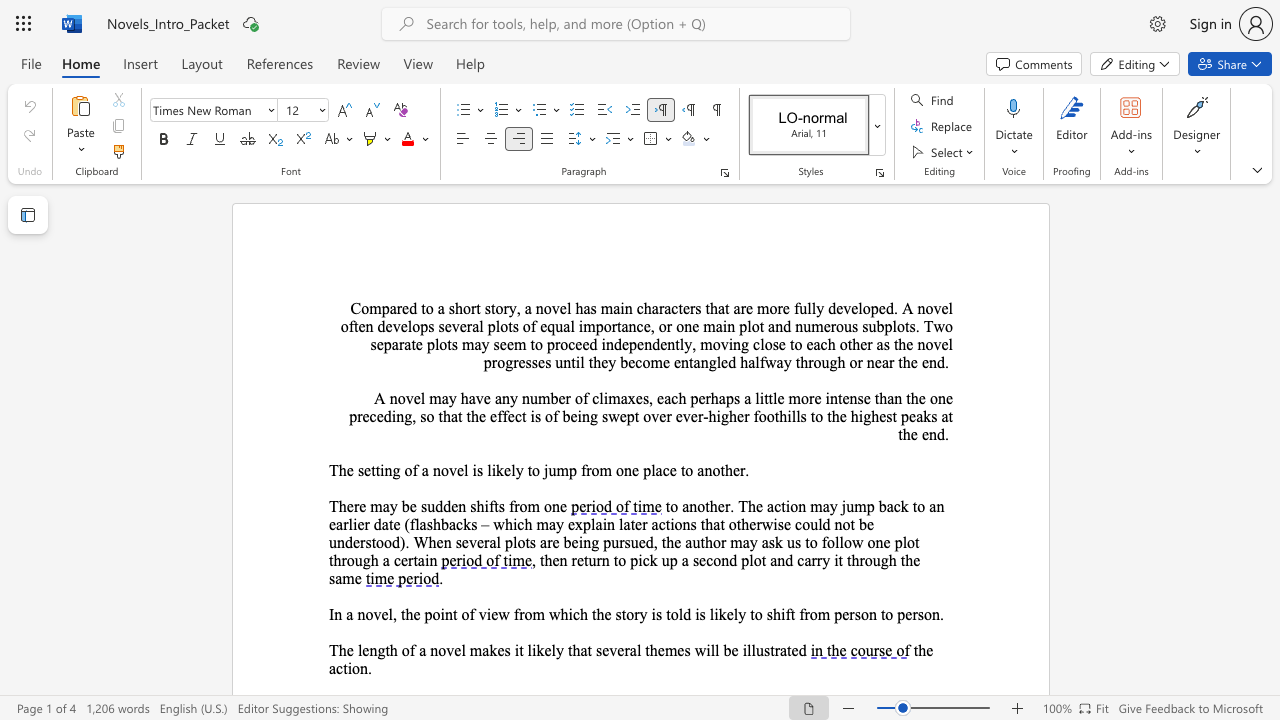 The image size is (1280, 720). What do you see at coordinates (521, 398) in the screenshot?
I see `the subset text "number of climaxes," within the text "A novel may have any number of climaxes, each"` at bounding box center [521, 398].